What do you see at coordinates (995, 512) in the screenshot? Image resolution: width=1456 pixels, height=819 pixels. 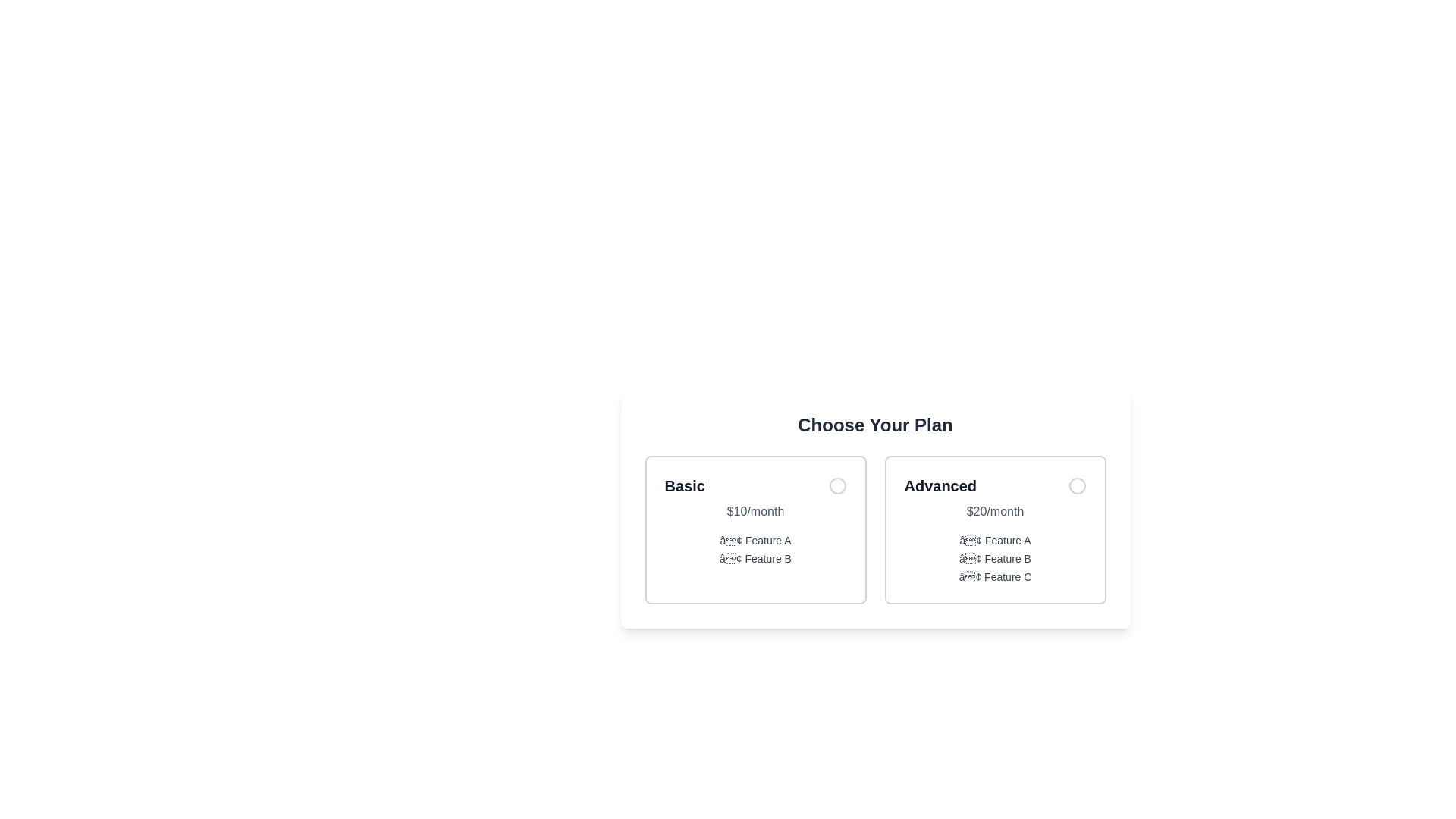 I see `price per month for the 'Advanced' plan displayed in the Text Label located centrally within the 'Advanced' pricing card, just below the title 'Advanced'` at bounding box center [995, 512].